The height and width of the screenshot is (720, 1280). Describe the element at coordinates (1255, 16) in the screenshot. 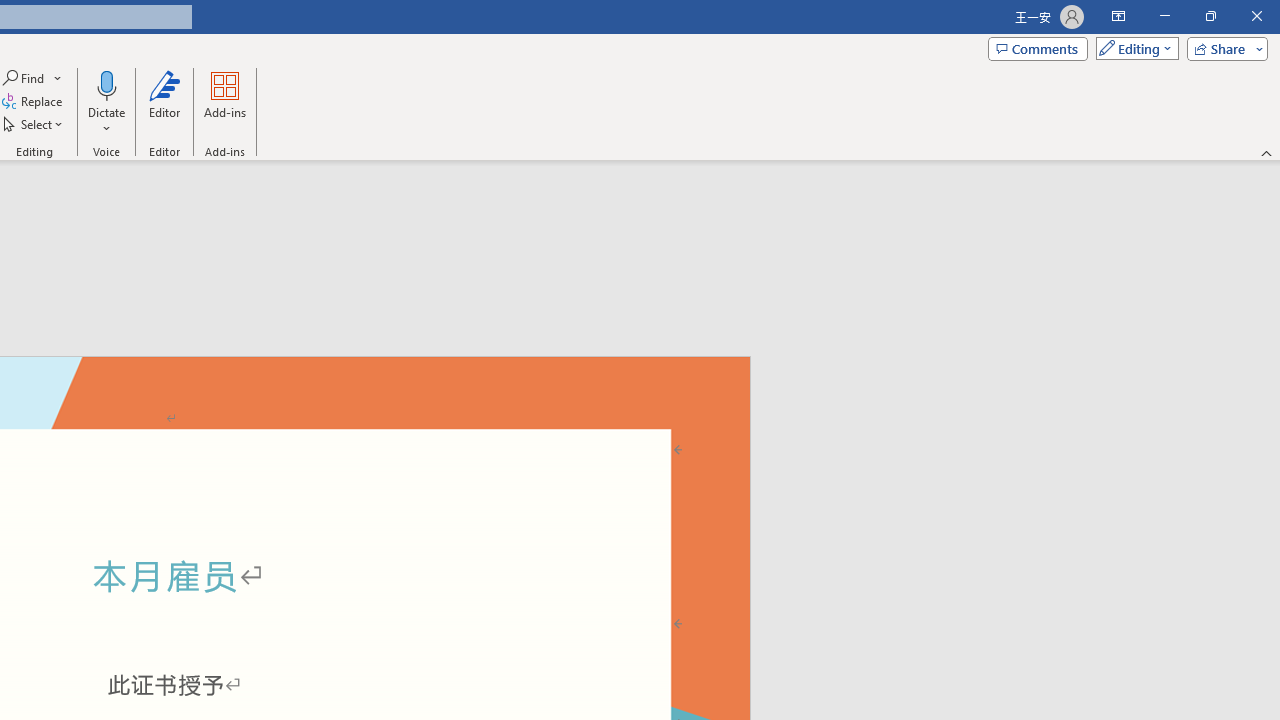

I see `'Close'` at that location.